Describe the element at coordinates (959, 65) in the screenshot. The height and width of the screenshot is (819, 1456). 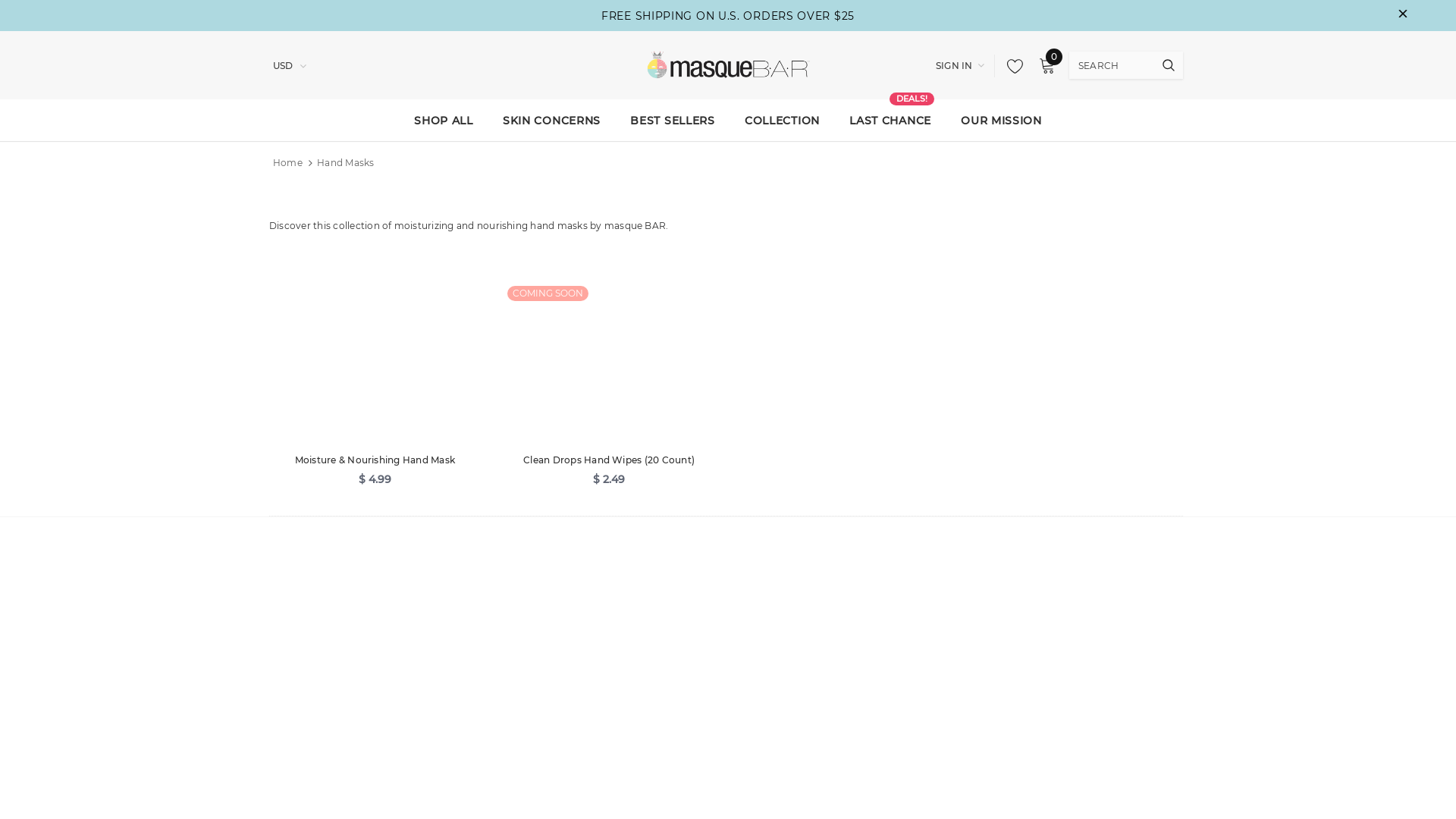
I see `'SIGN IN'` at that location.